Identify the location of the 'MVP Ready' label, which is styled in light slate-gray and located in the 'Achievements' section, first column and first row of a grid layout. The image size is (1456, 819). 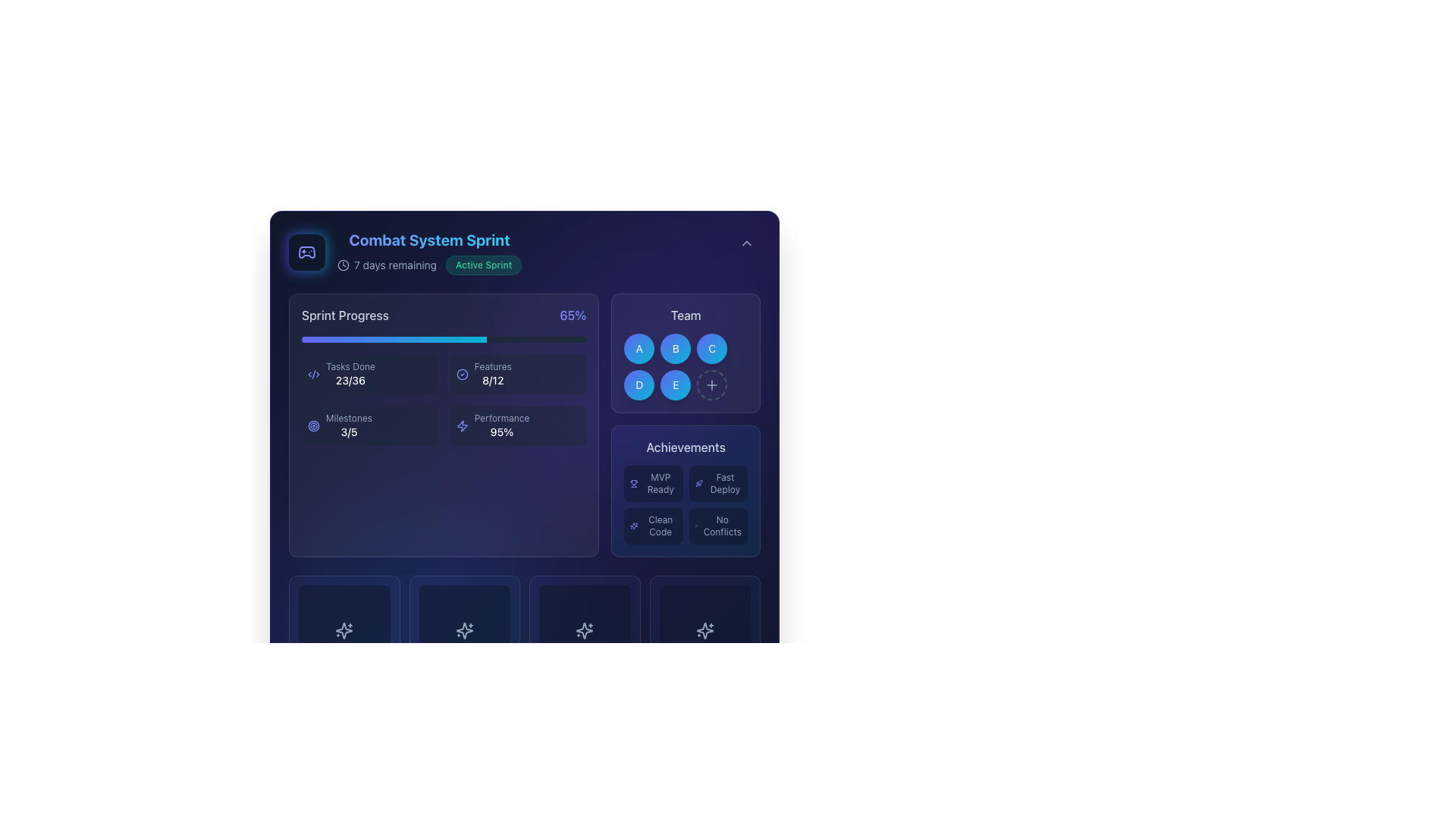
(661, 483).